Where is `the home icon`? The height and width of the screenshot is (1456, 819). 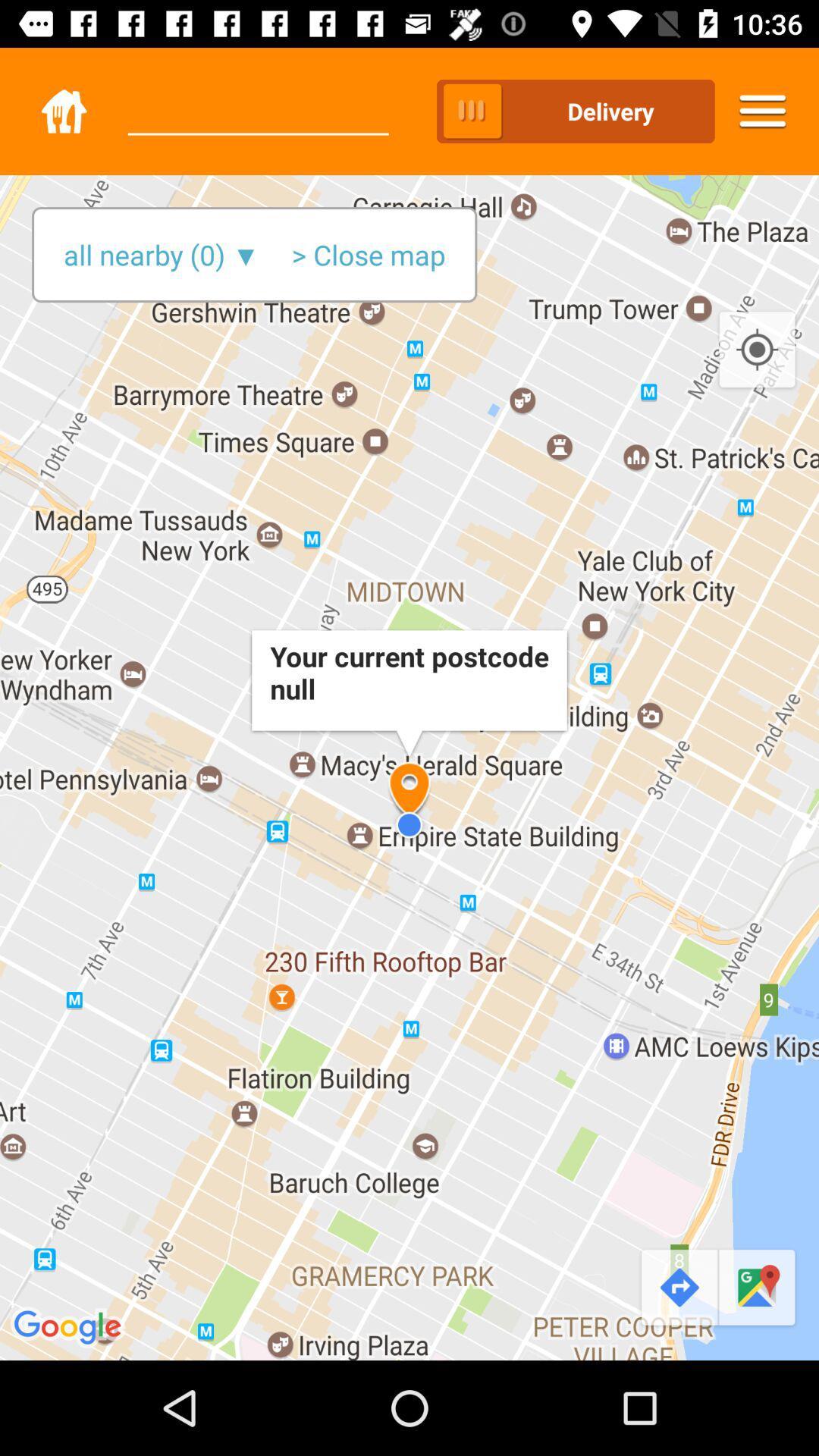
the home icon is located at coordinates (63, 111).